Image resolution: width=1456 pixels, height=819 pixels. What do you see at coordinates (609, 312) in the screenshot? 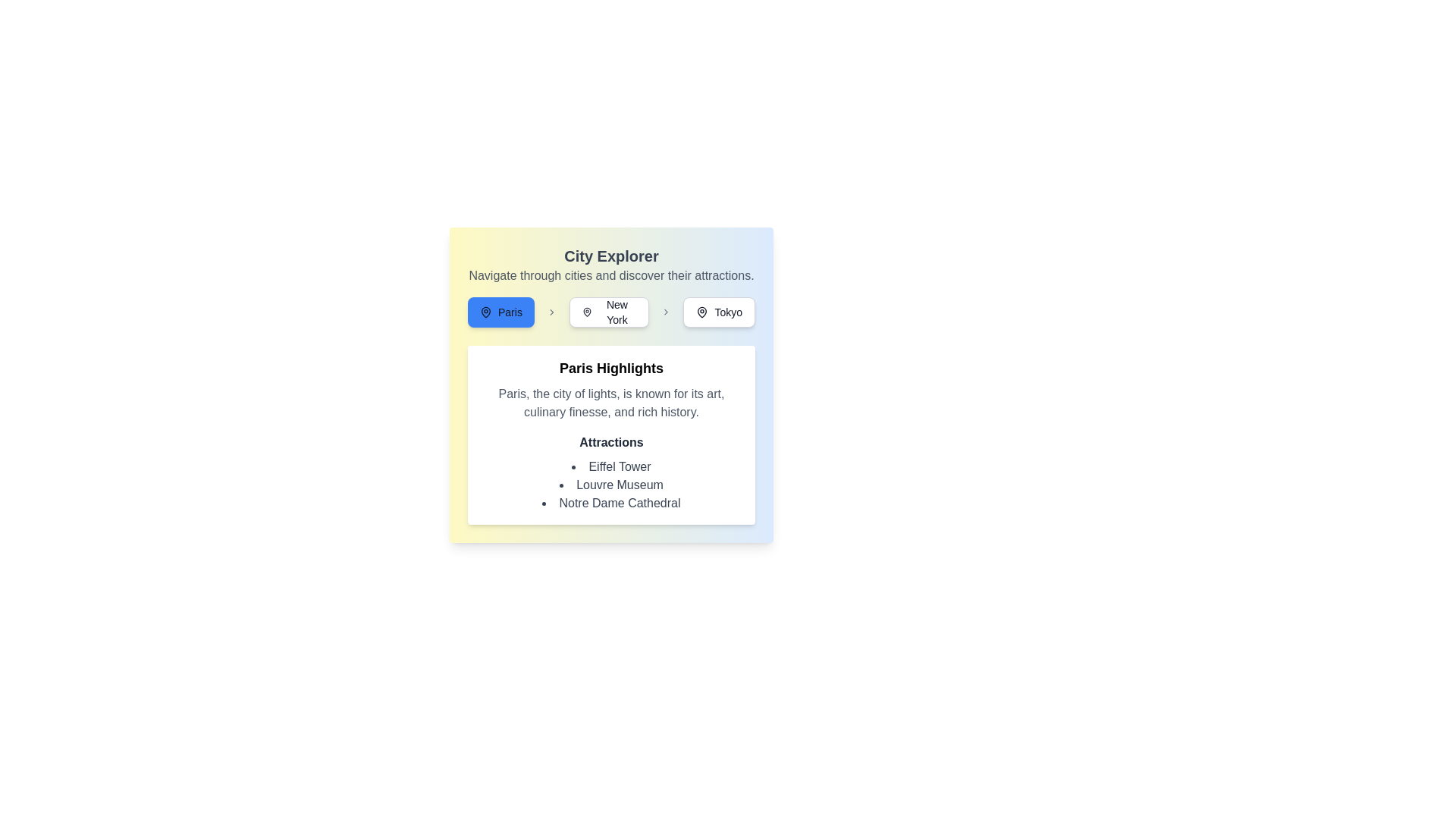
I see `the 'New York' city selection button` at bounding box center [609, 312].